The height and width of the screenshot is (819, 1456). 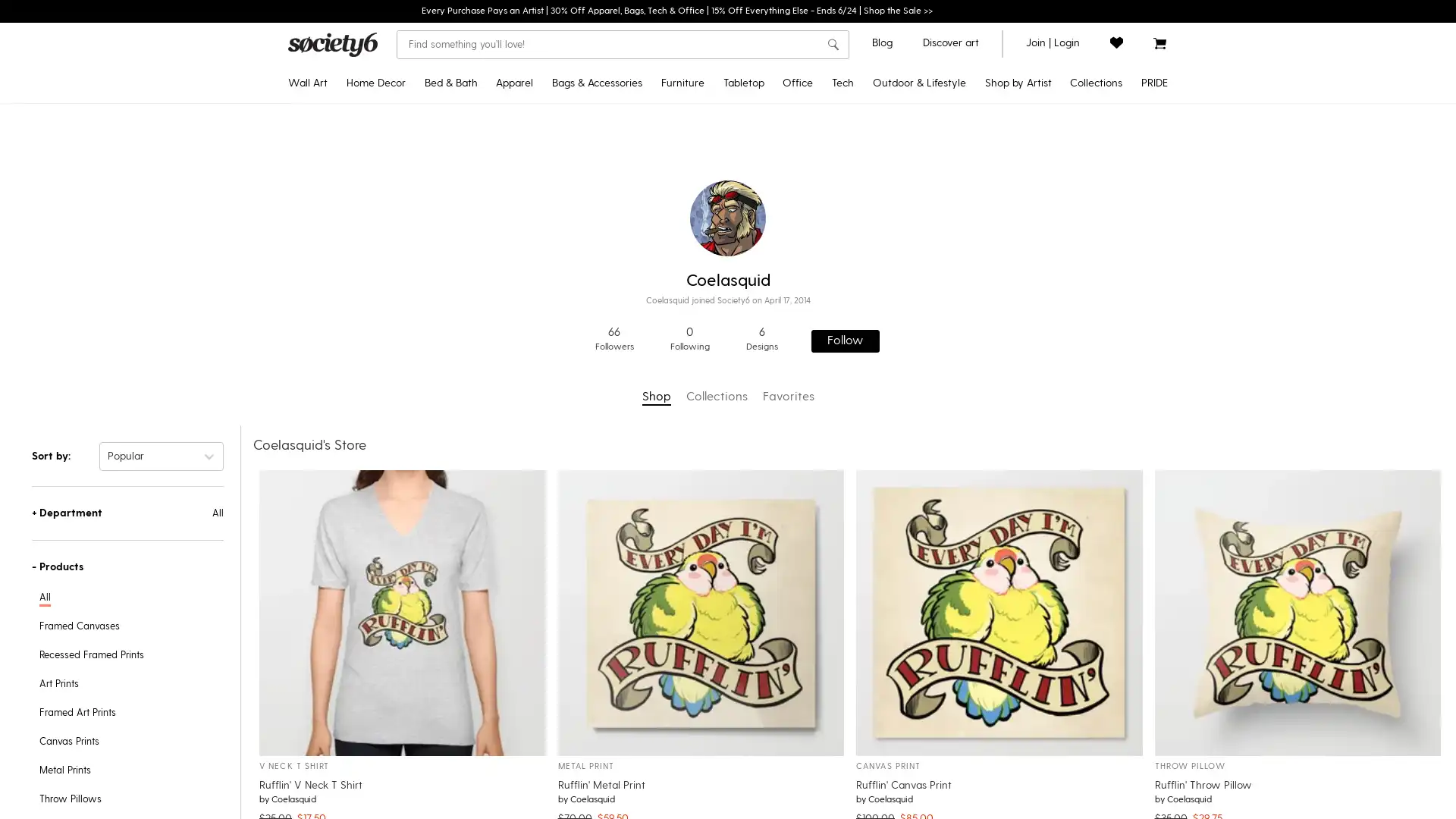 I want to click on Pride Gear, so click(x=1094, y=170).